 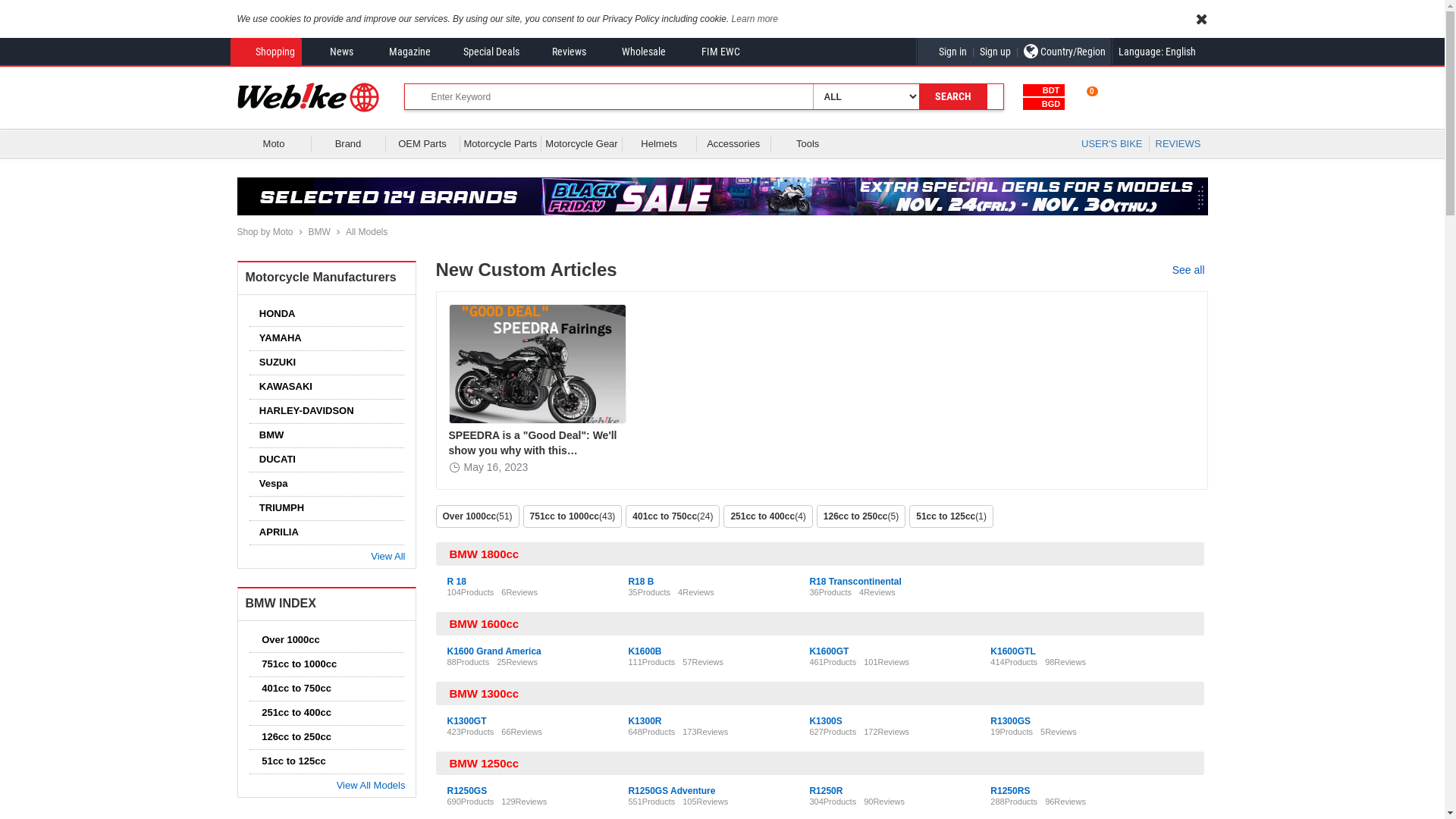 What do you see at coordinates (755, 18) in the screenshot?
I see `'Learn more'` at bounding box center [755, 18].